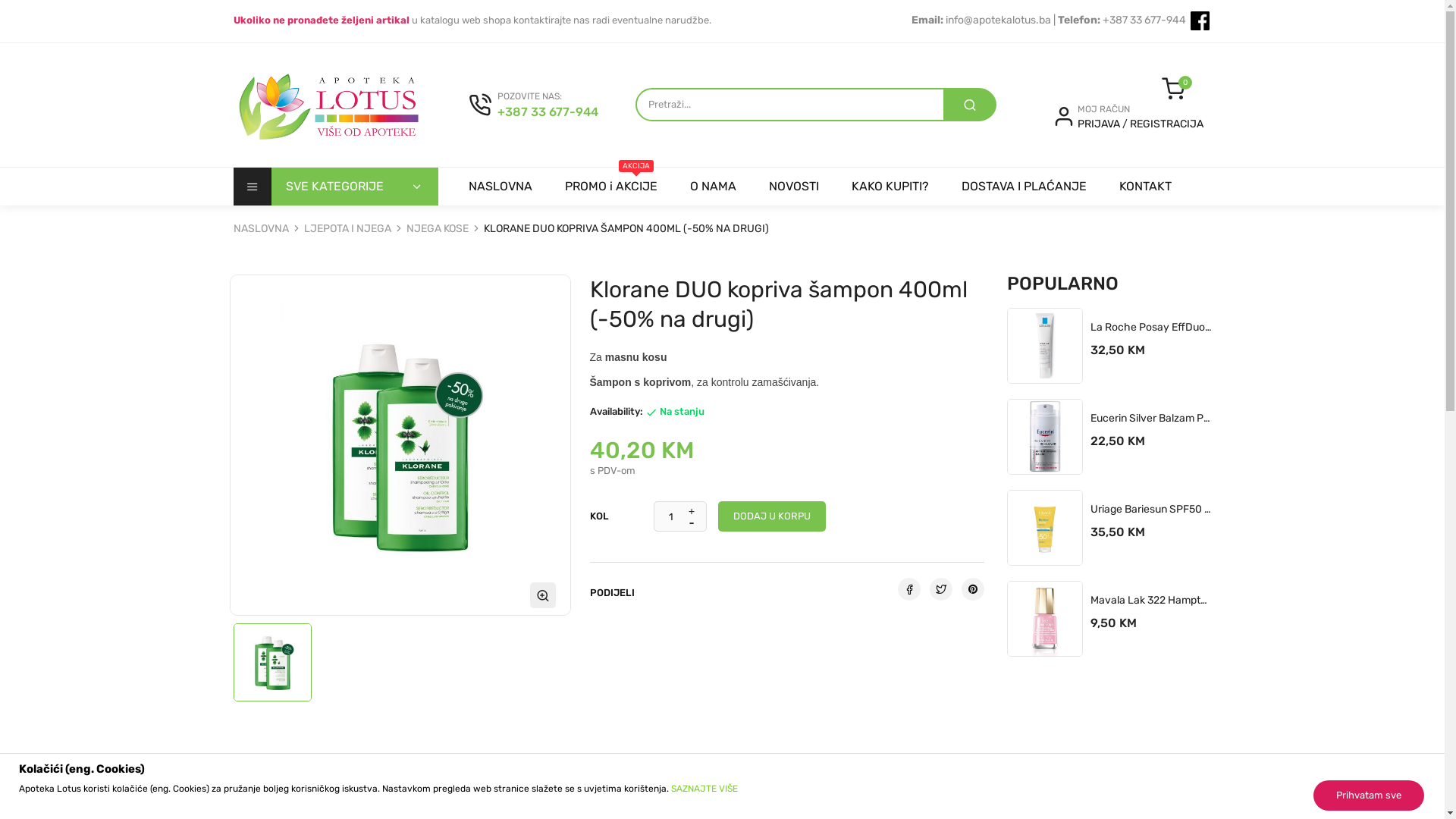 The height and width of the screenshot is (819, 1456). What do you see at coordinates (1076, 123) in the screenshot?
I see `'PRIJAVA'` at bounding box center [1076, 123].